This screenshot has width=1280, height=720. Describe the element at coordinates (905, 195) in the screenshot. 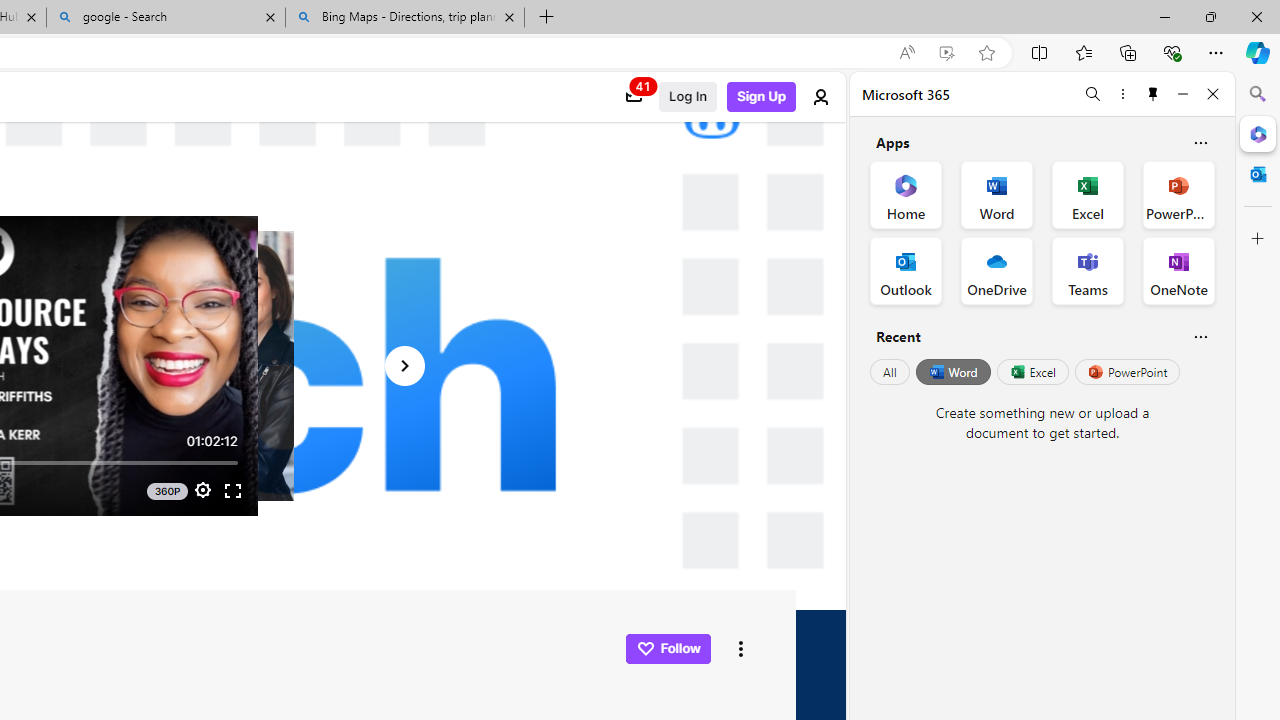

I see `'Home Office App'` at that location.